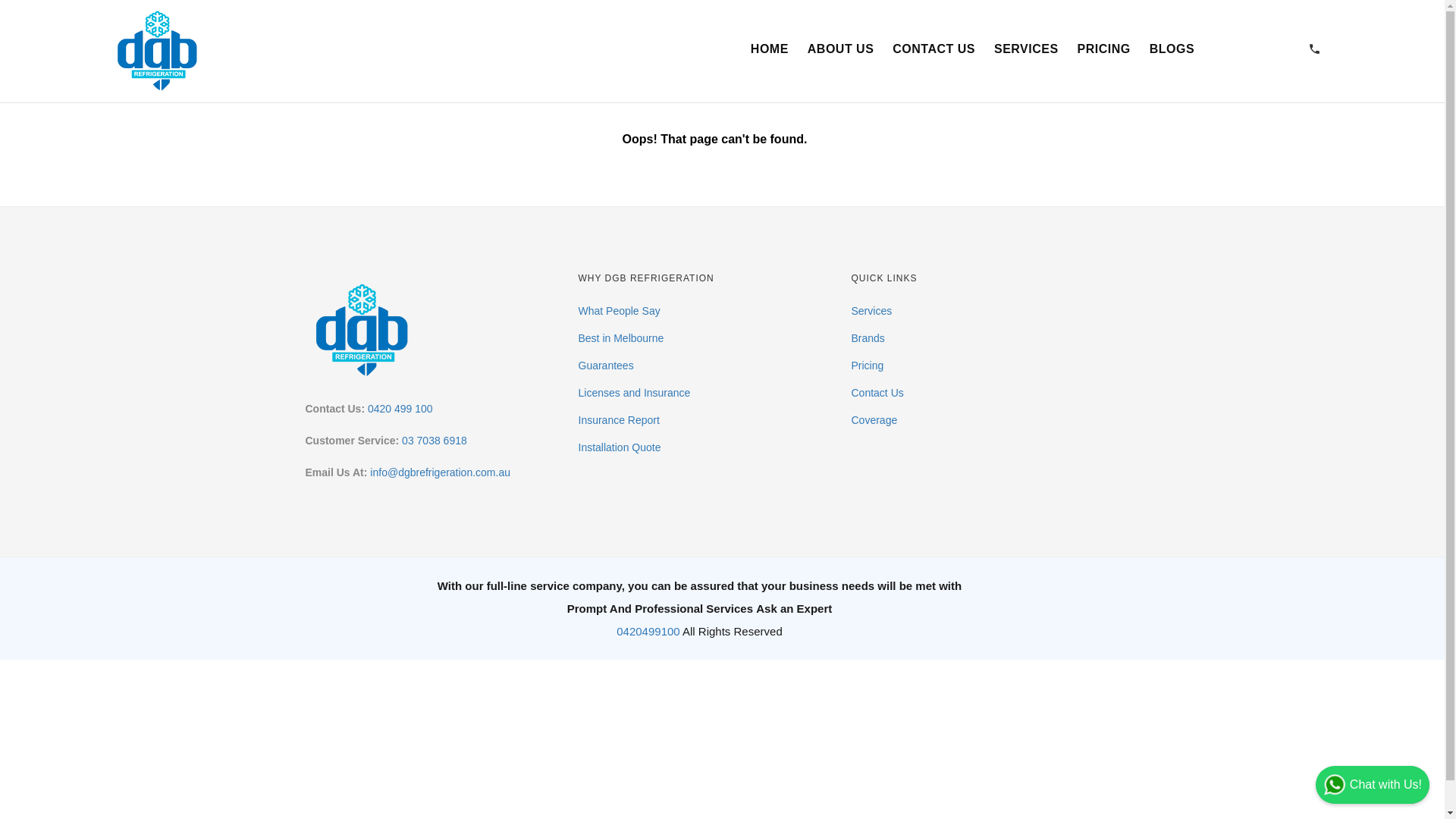 The width and height of the screenshot is (1456, 819). Describe the element at coordinates (871, 309) in the screenshot. I see `'Services'` at that location.